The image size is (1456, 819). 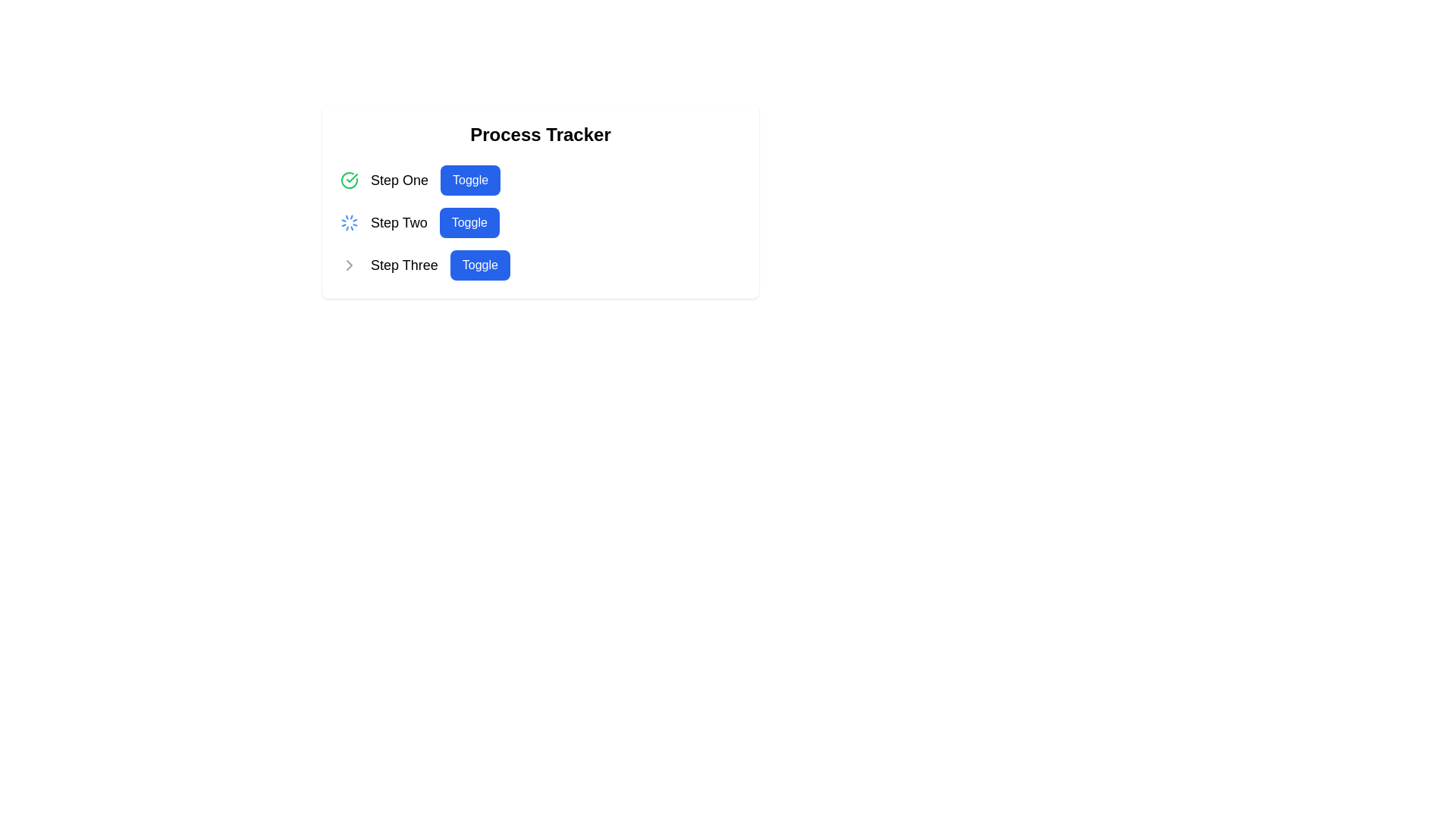 What do you see at coordinates (351, 177) in the screenshot?
I see `the checkmark icon that signifies successful completion in the first step of the process tracker, located next to the 'Step One' label` at bounding box center [351, 177].